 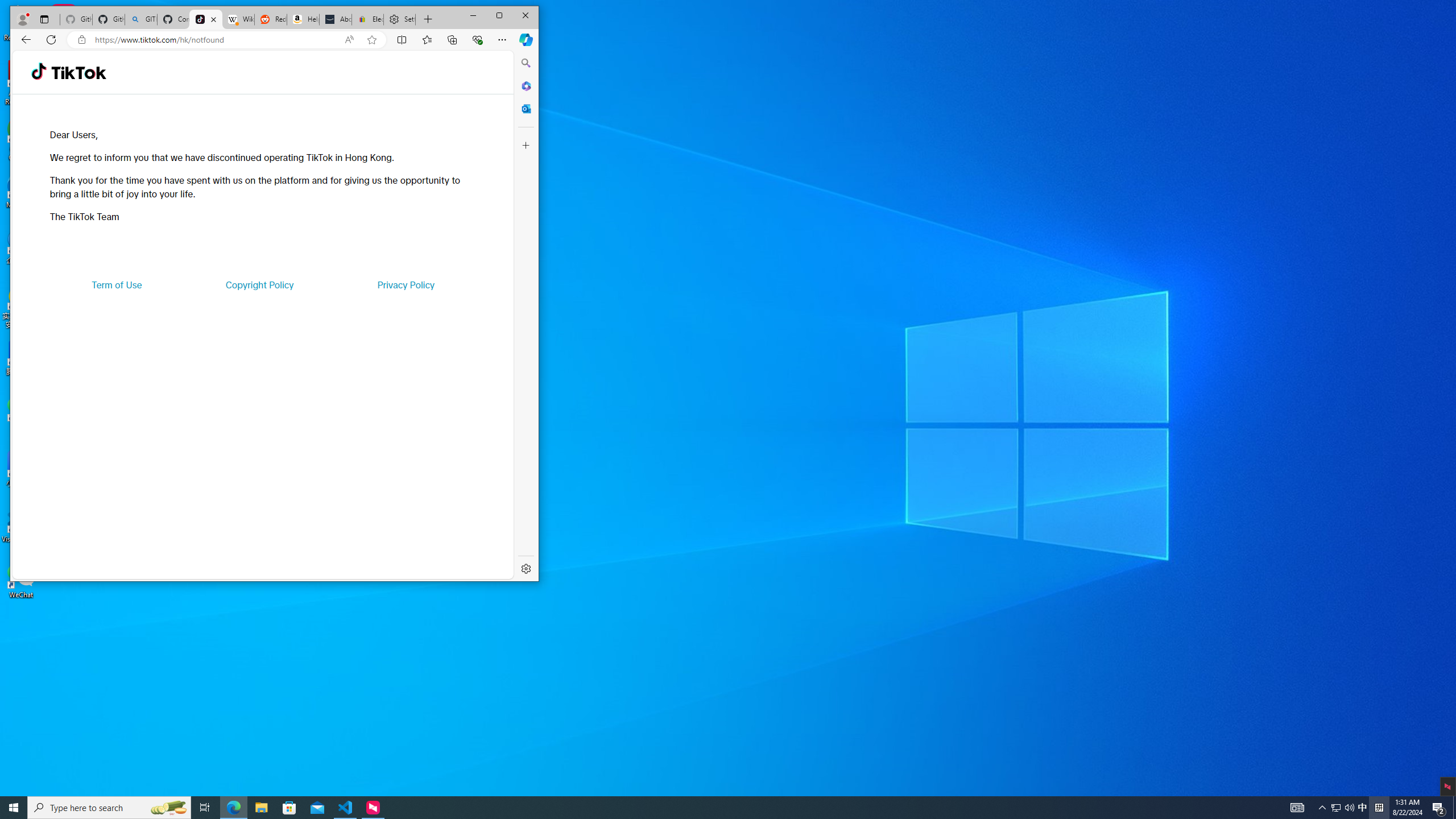 What do you see at coordinates (405, 285) in the screenshot?
I see `'Privacy Policy'` at bounding box center [405, 285].